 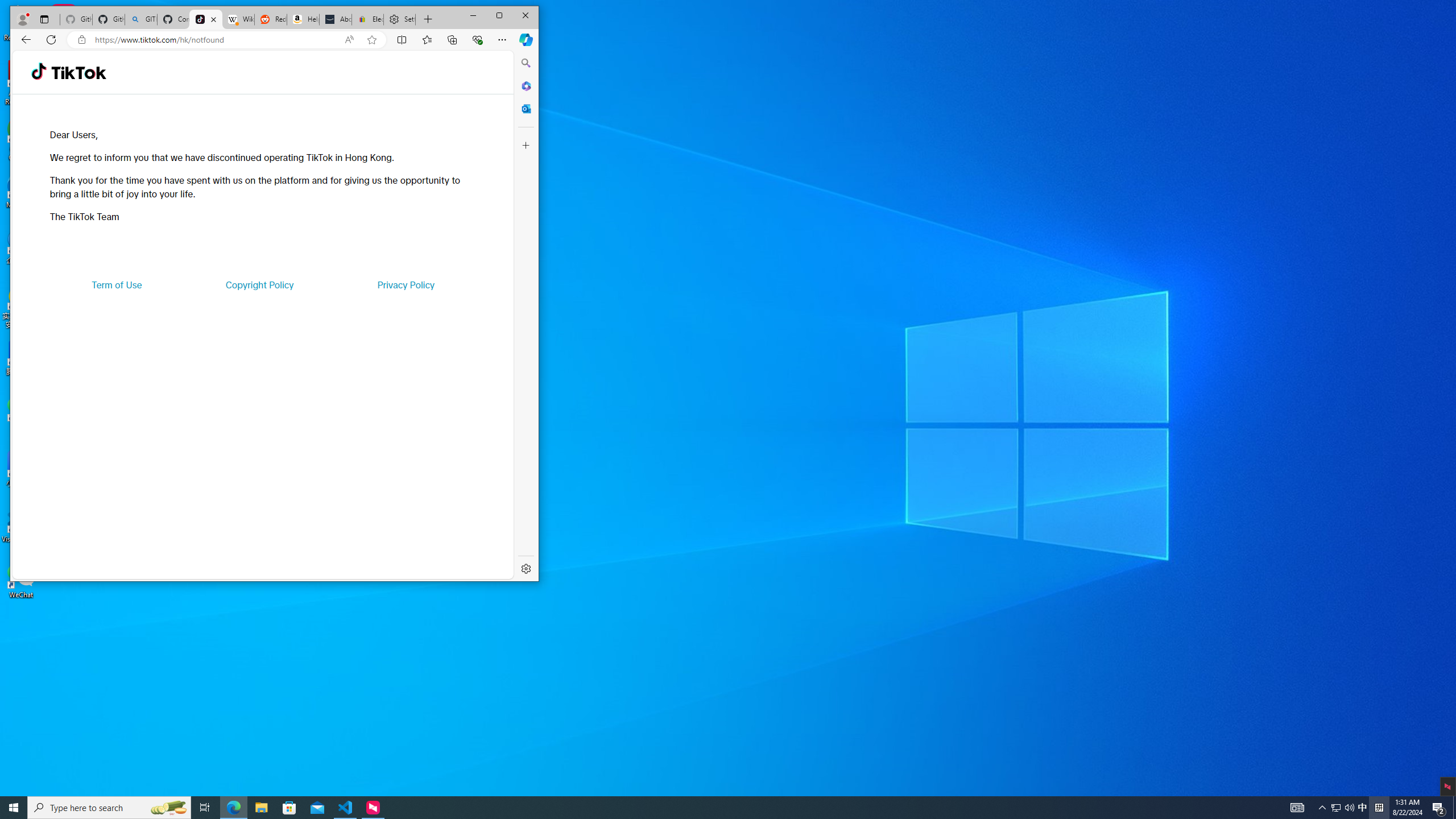 What do you see at coordinates (405, 285) in the screenshot?
I see `'Privacy Policy'` at bounding box center [405, 285].